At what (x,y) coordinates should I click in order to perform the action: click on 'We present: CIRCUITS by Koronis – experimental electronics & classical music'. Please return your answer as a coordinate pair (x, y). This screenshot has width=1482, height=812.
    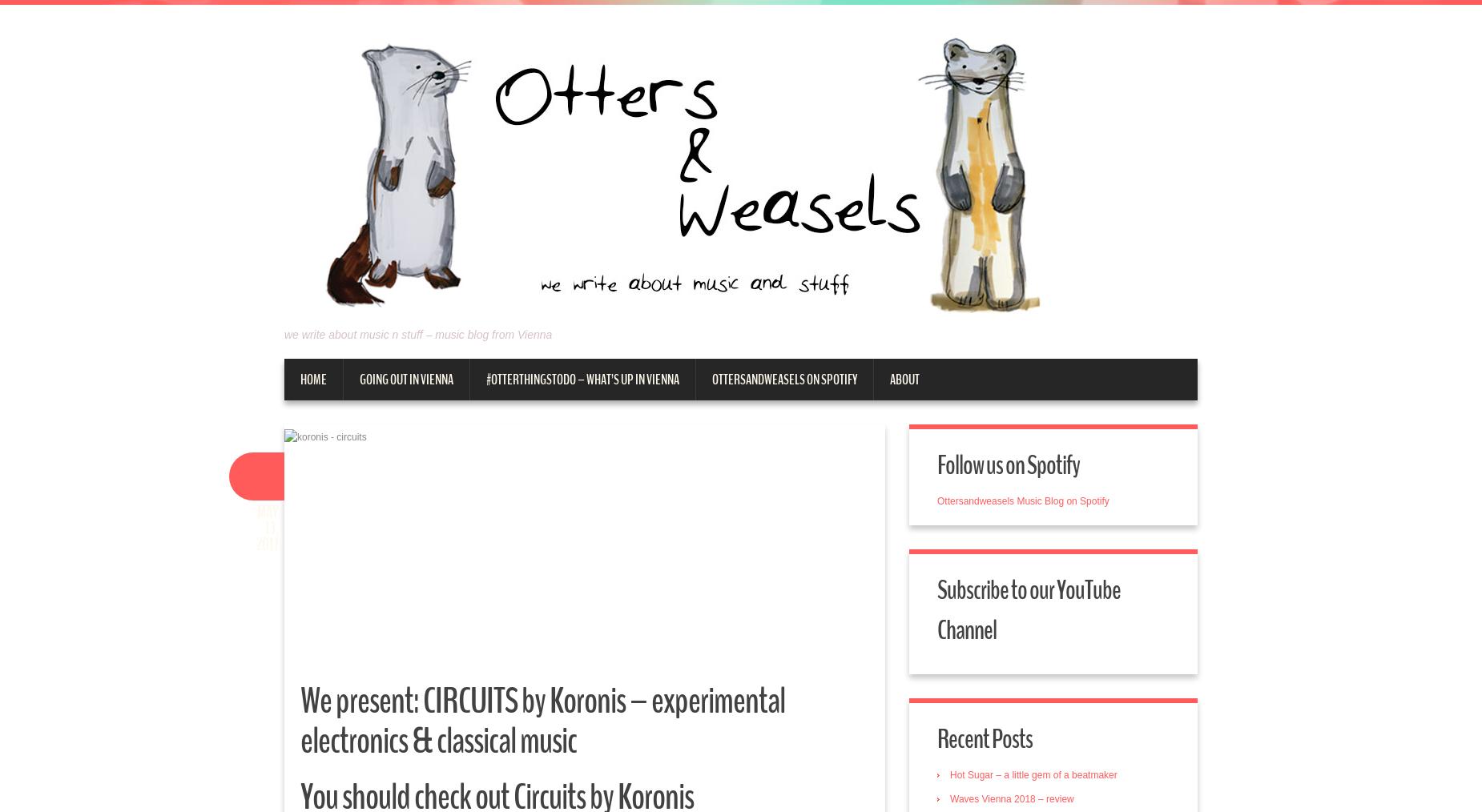
    Looking at the image, I should click on (542, 720).